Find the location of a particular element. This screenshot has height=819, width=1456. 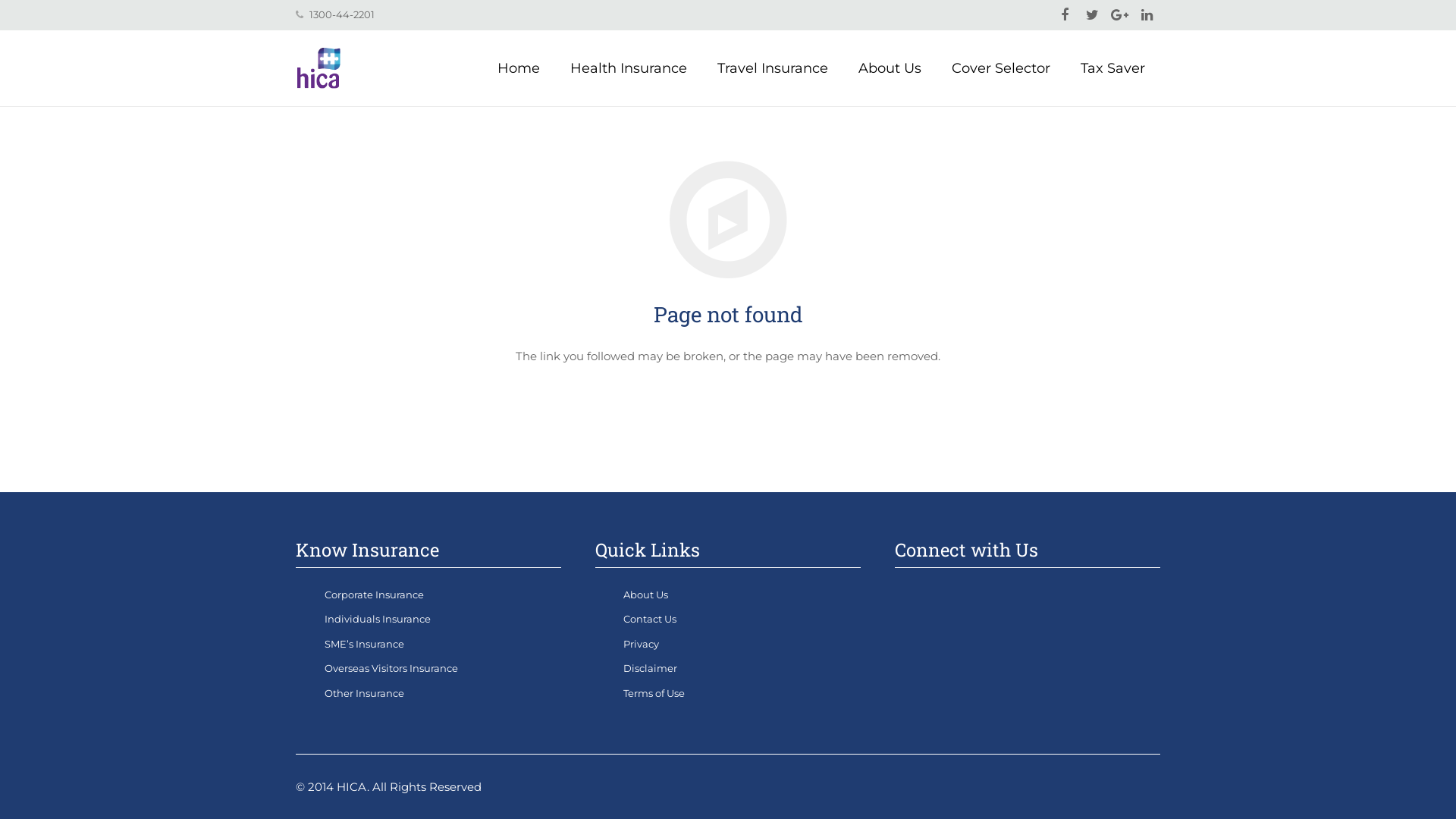

'Individuals Insurance' is located at coordinates (323, 619).